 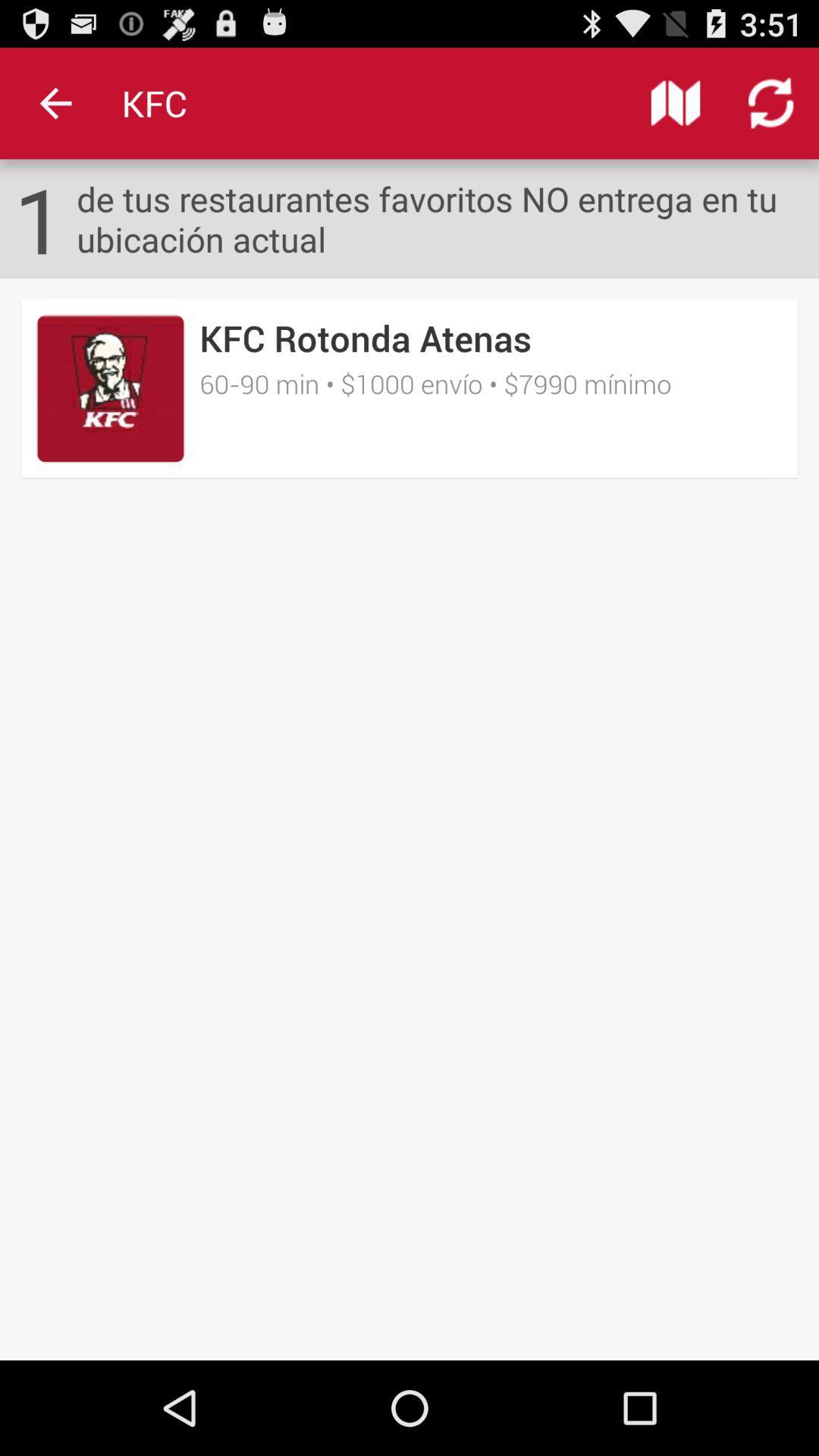 What do you see at coordinates (447, 218) in the screenshot?
I see `item to the right of the 1 item` at bounding box center [447, 218].